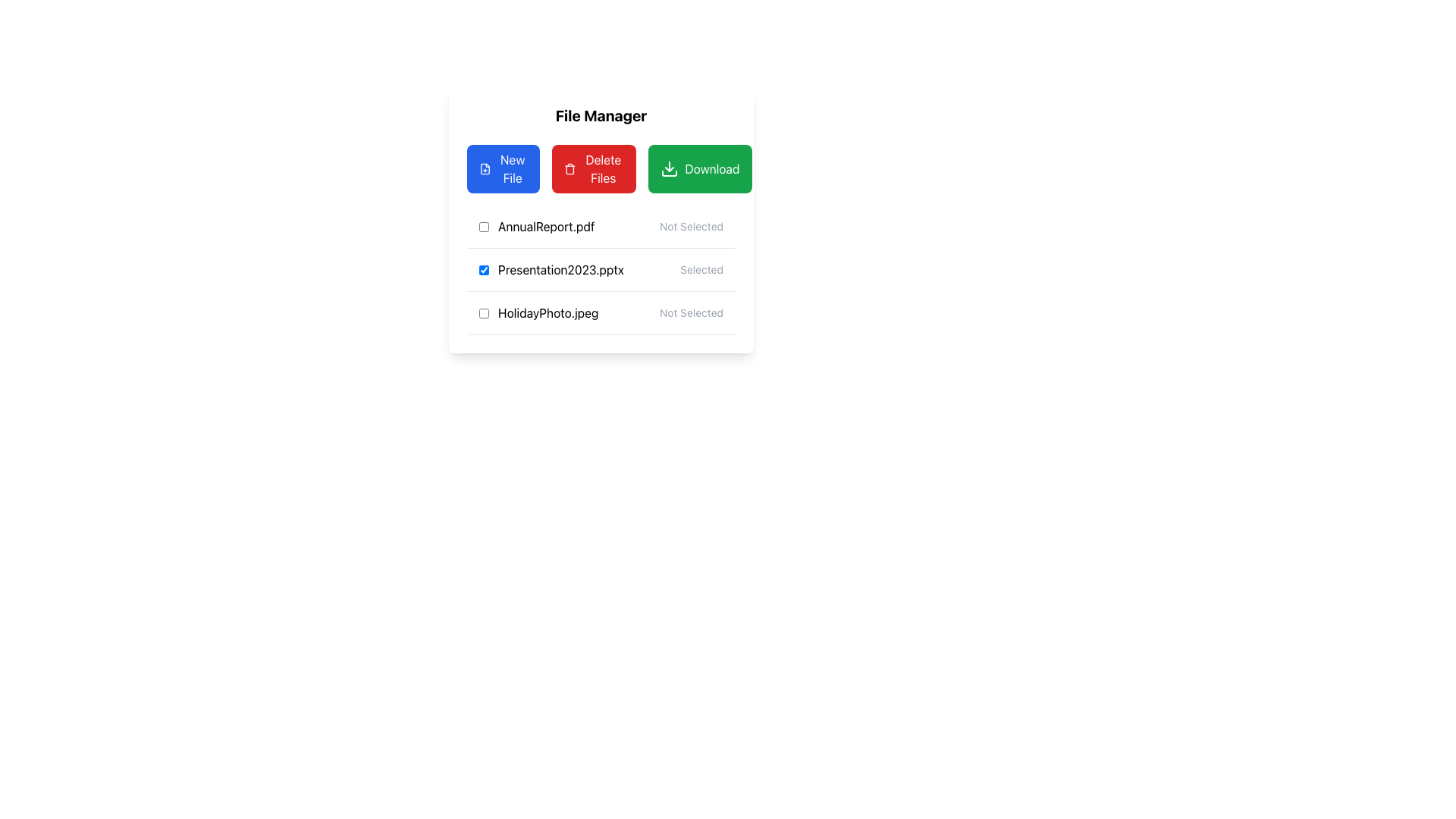  I want to click on the 'New File' button which is visually represented by the decorative icon located at the top-left corner of the 'File Manager' interface, so click(484, 169).